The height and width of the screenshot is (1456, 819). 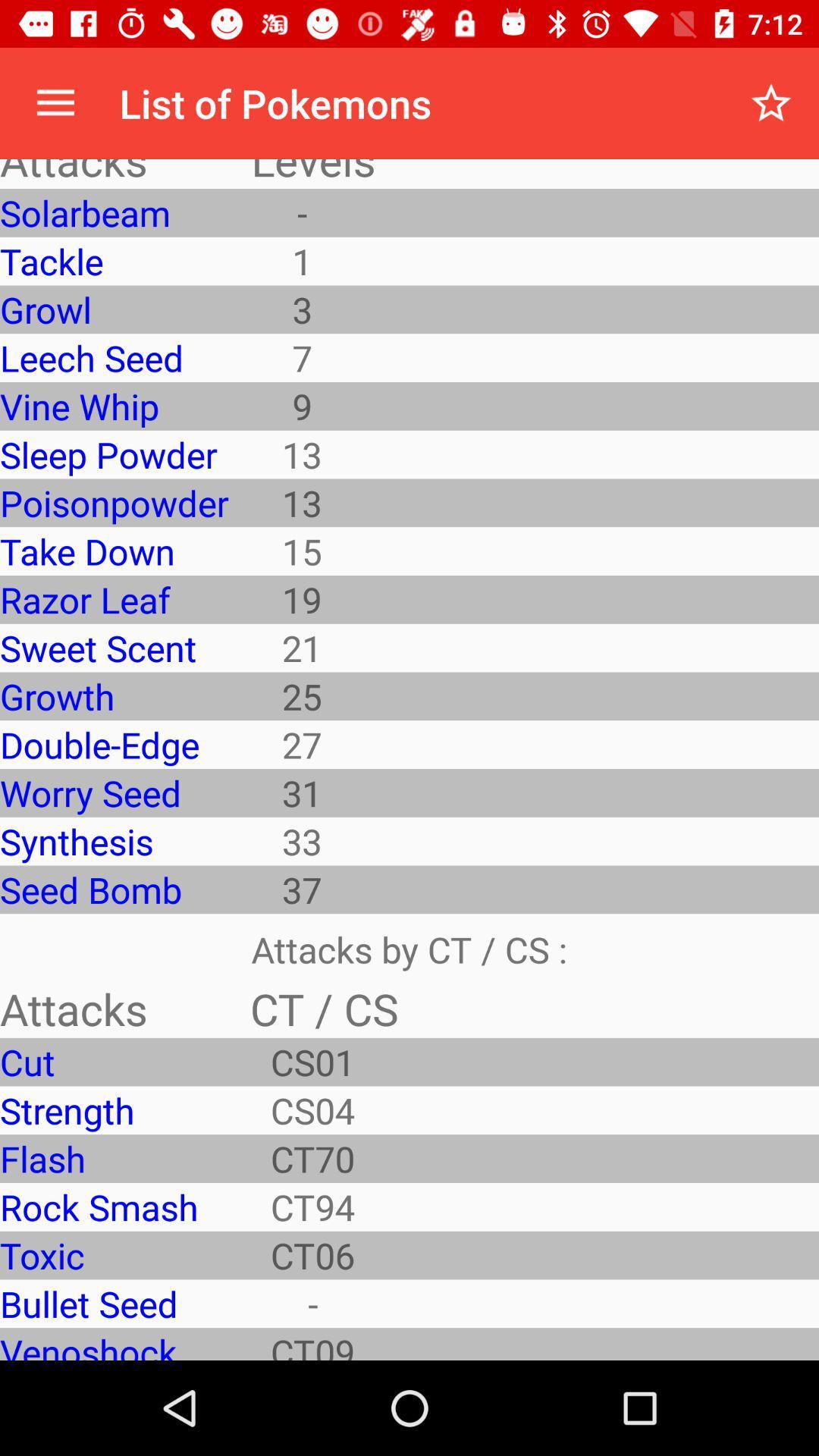 I want to click on the item above venoshock app, so click(x=113, y=1303).